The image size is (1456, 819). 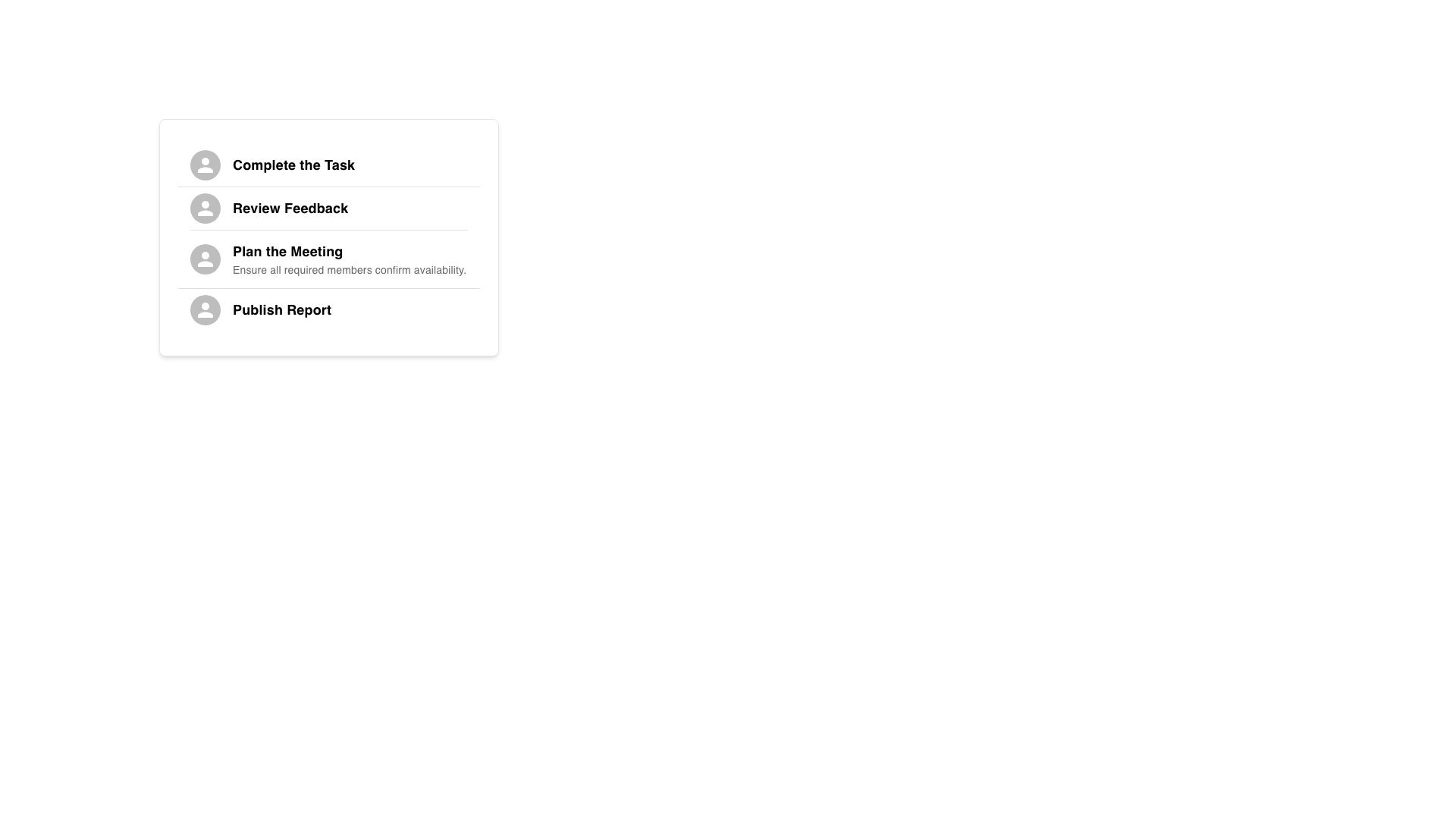 I want to click on the presence of the user icon located in the third row of the task list, next to the 'Plan the Meeting' task, so click(x=204, y=259).